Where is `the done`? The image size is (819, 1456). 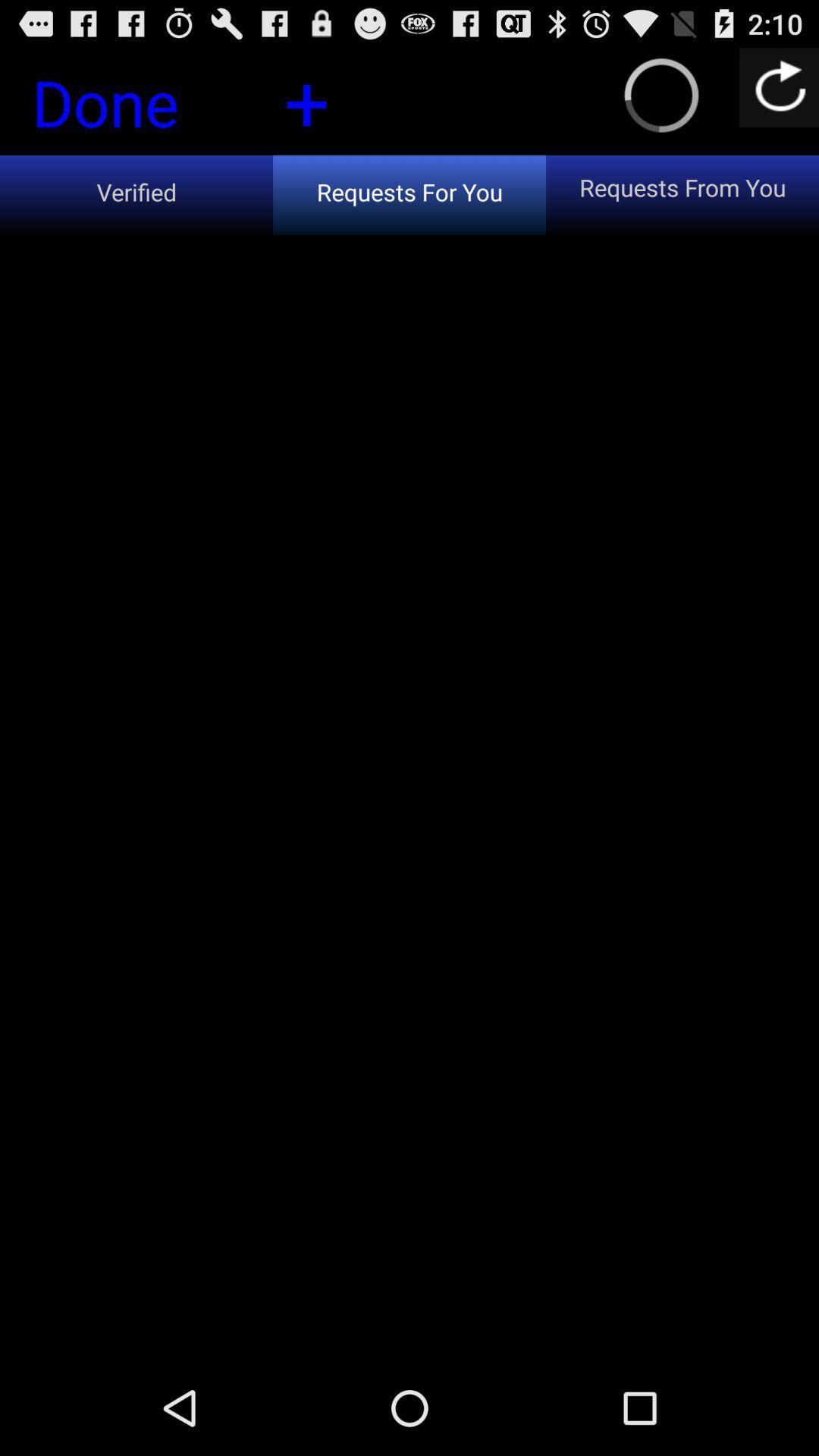
the done is located at coordinates (130, 106).